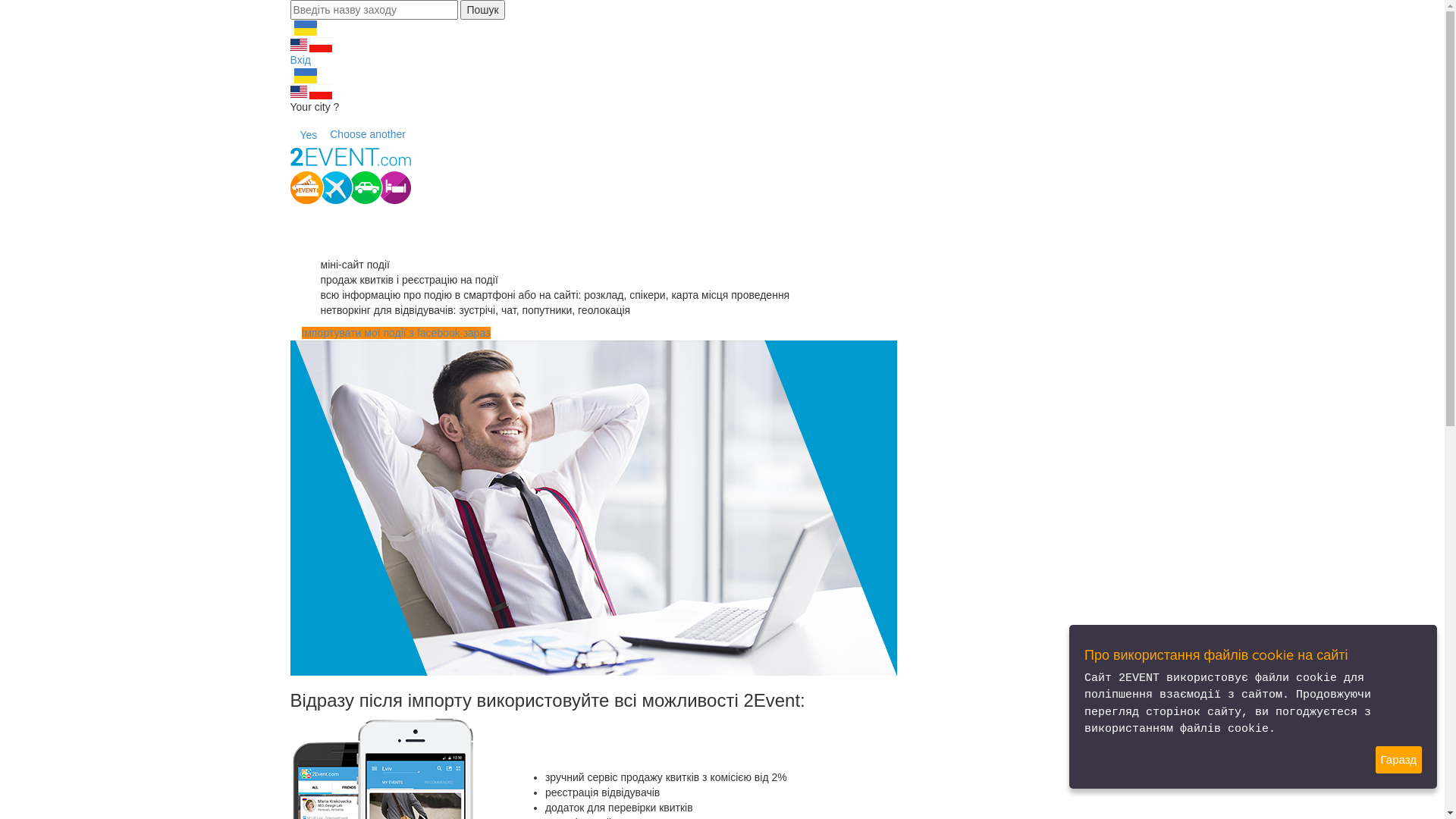 The height and width of the screenshot is (819, 1456). What do you see at coordinates (367, 133) in the screenshot?
I see `'Choose another'` at bounding box center [367, 133].